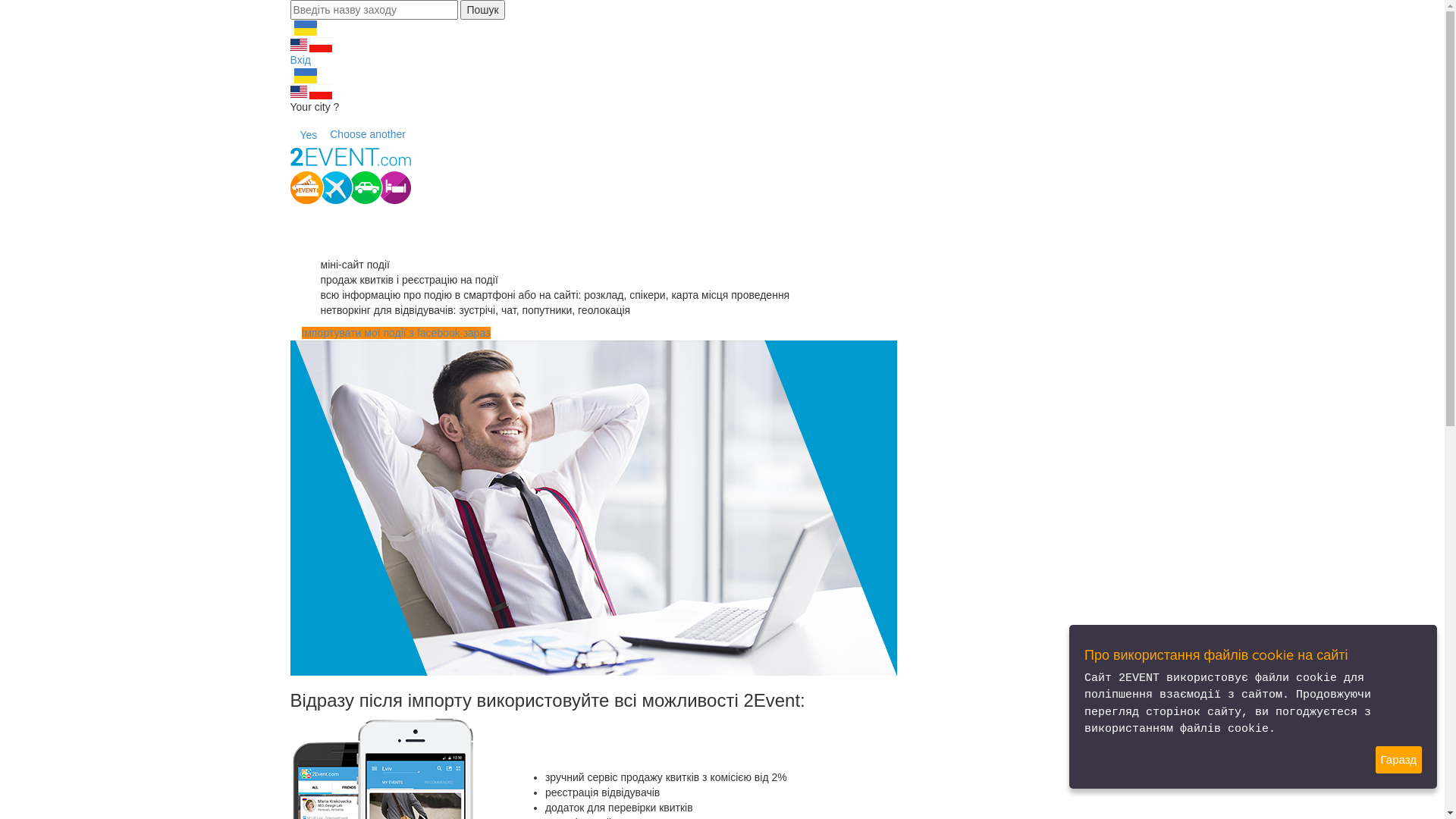 The height and width of the screenshot is (819, 1456). What do you see at coordinates (367, 133) in the screenshot?
I see `'Choose another'` at bounding box center [367, 133].